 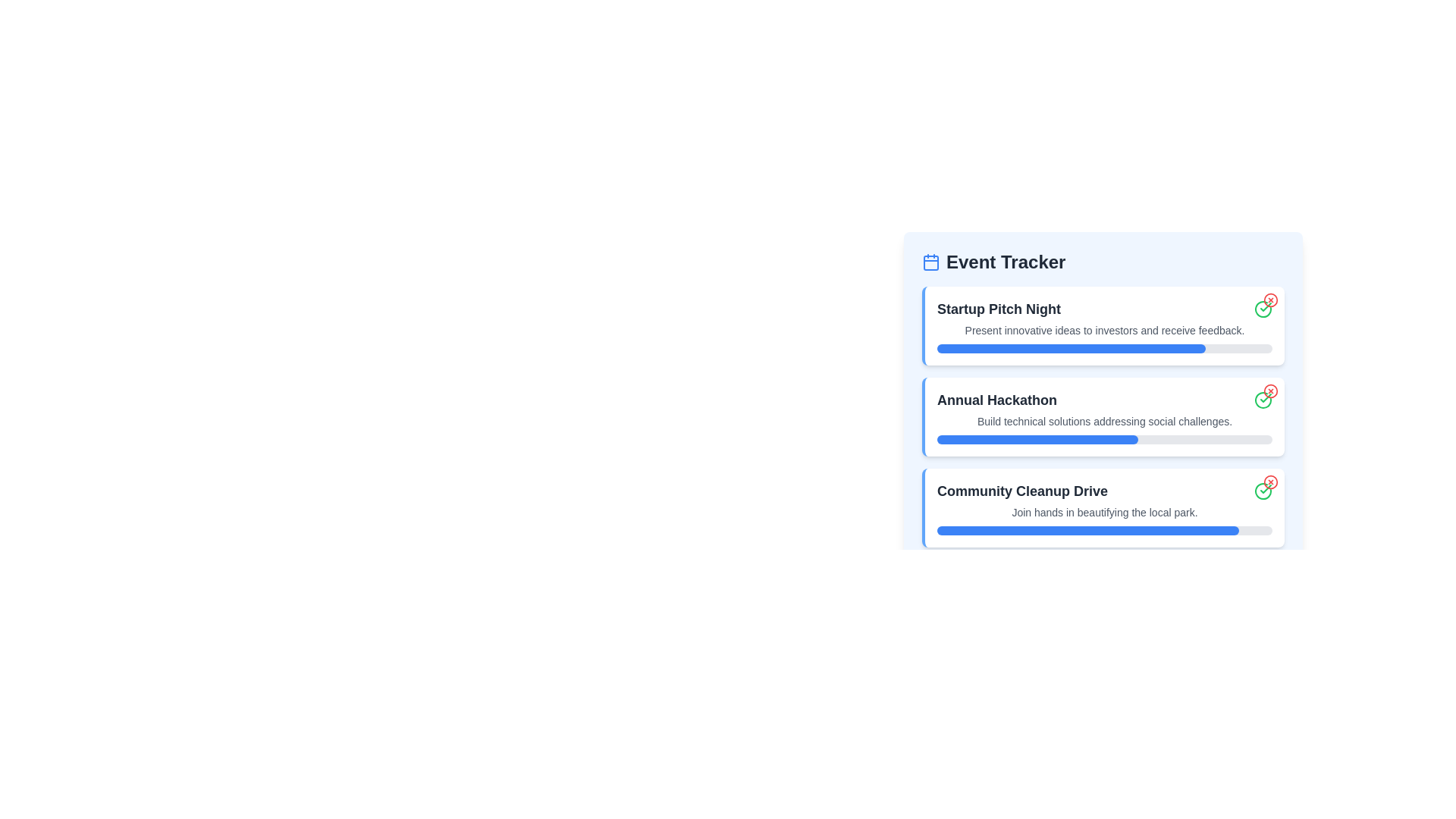 I want to click on the circular icon located in the top-right corner of the 'Startup Pitch Night' section of the 'Event Tracker' interface, which is part of a composite icon with a green checkmark and a red X, so click(x=1270, y=300).